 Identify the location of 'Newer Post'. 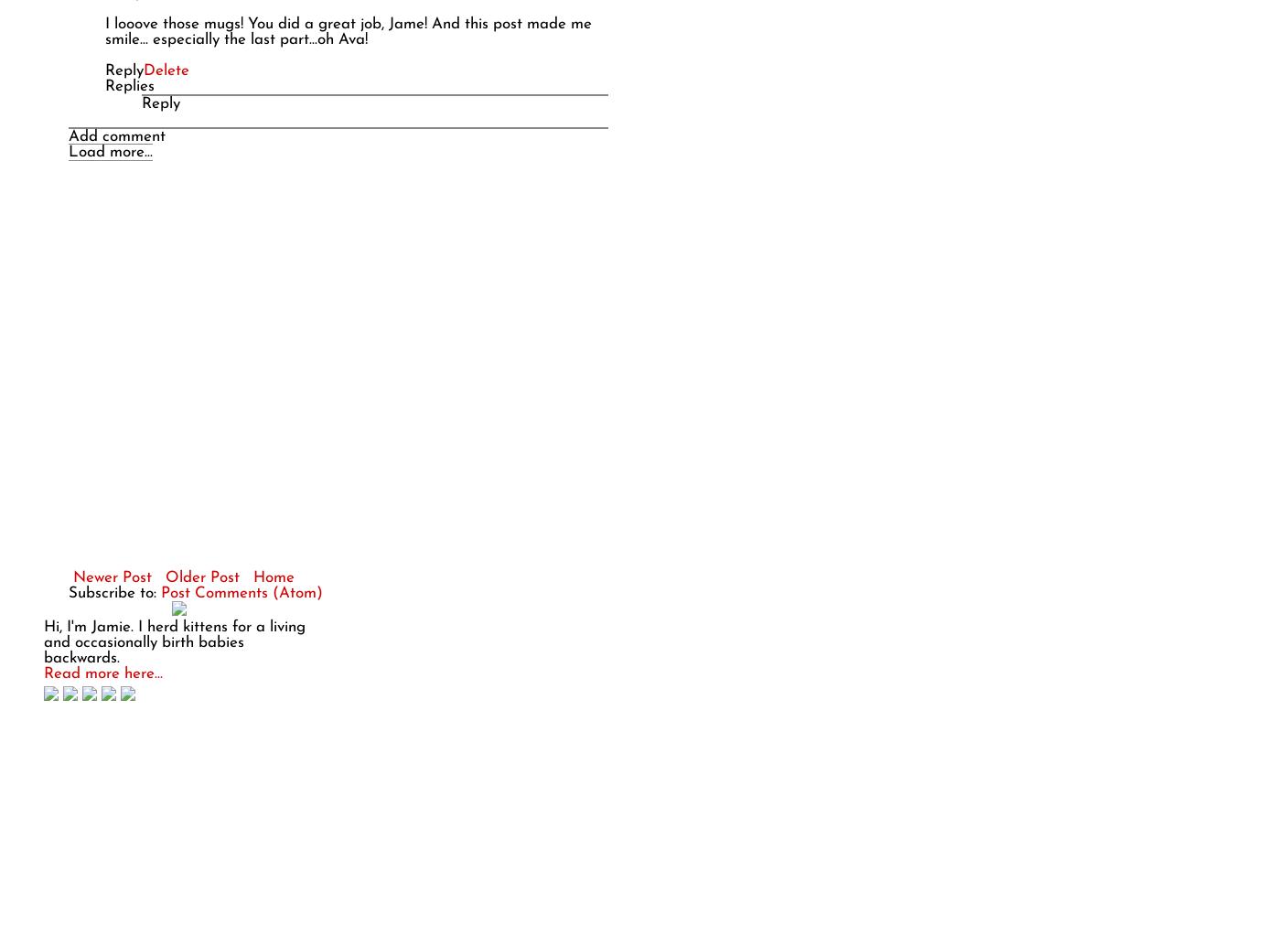
(113, 576).